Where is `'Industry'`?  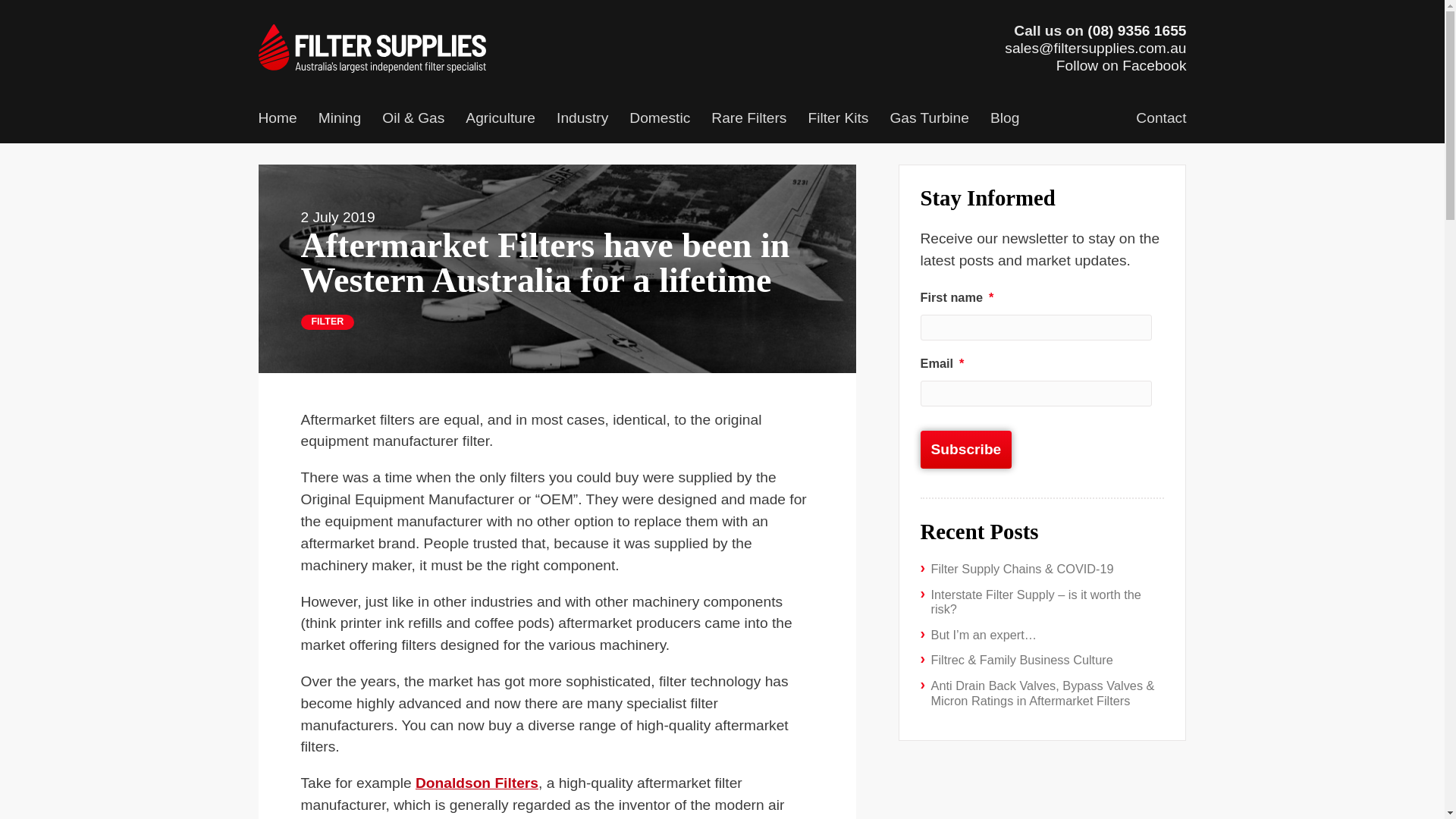
'Industry' is located at coordinates (582, 119).